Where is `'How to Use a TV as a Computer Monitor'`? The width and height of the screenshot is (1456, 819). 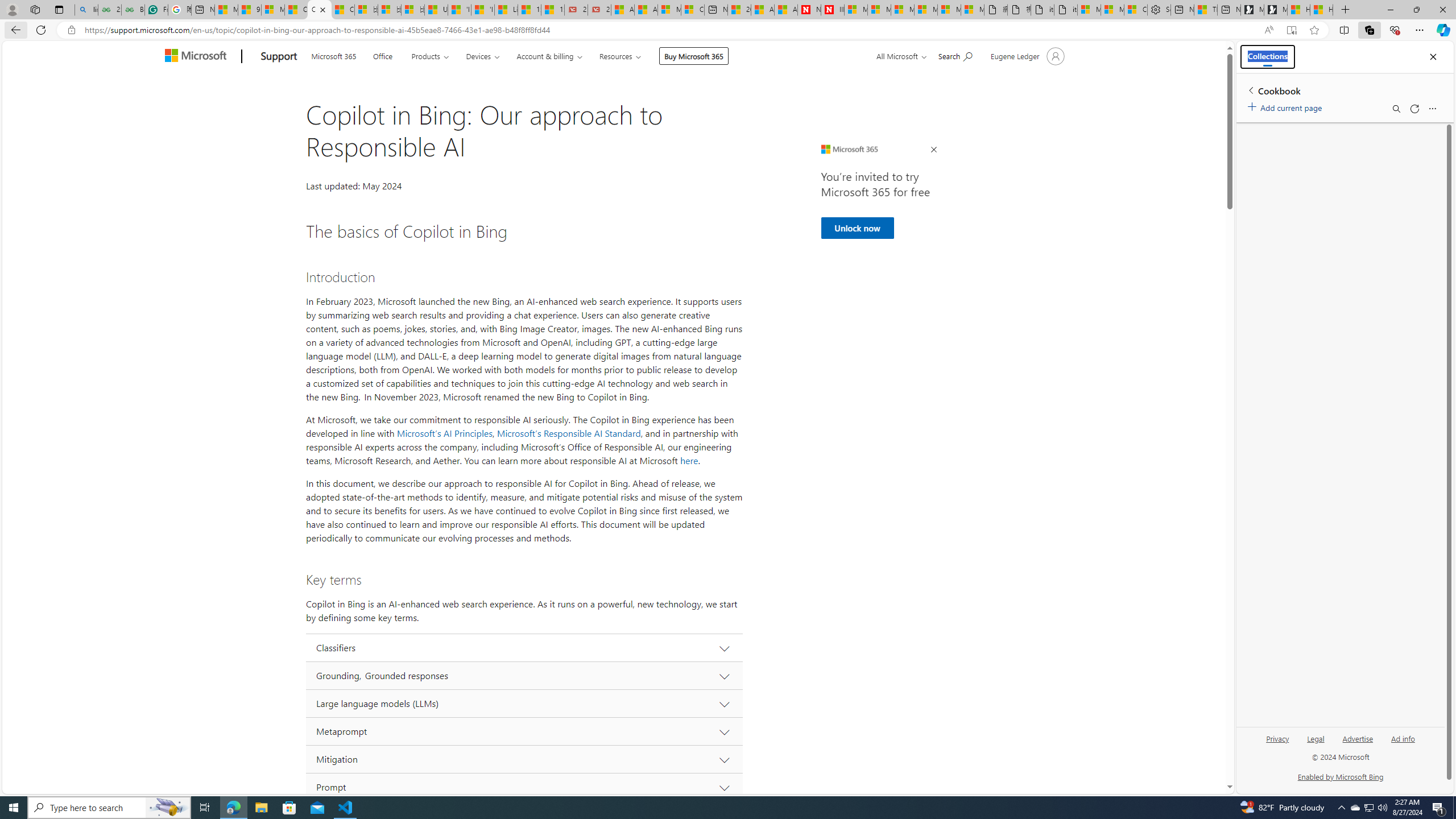 'How to Use a TV as a Computer Monitor' is located at coordinates (1321, 9).